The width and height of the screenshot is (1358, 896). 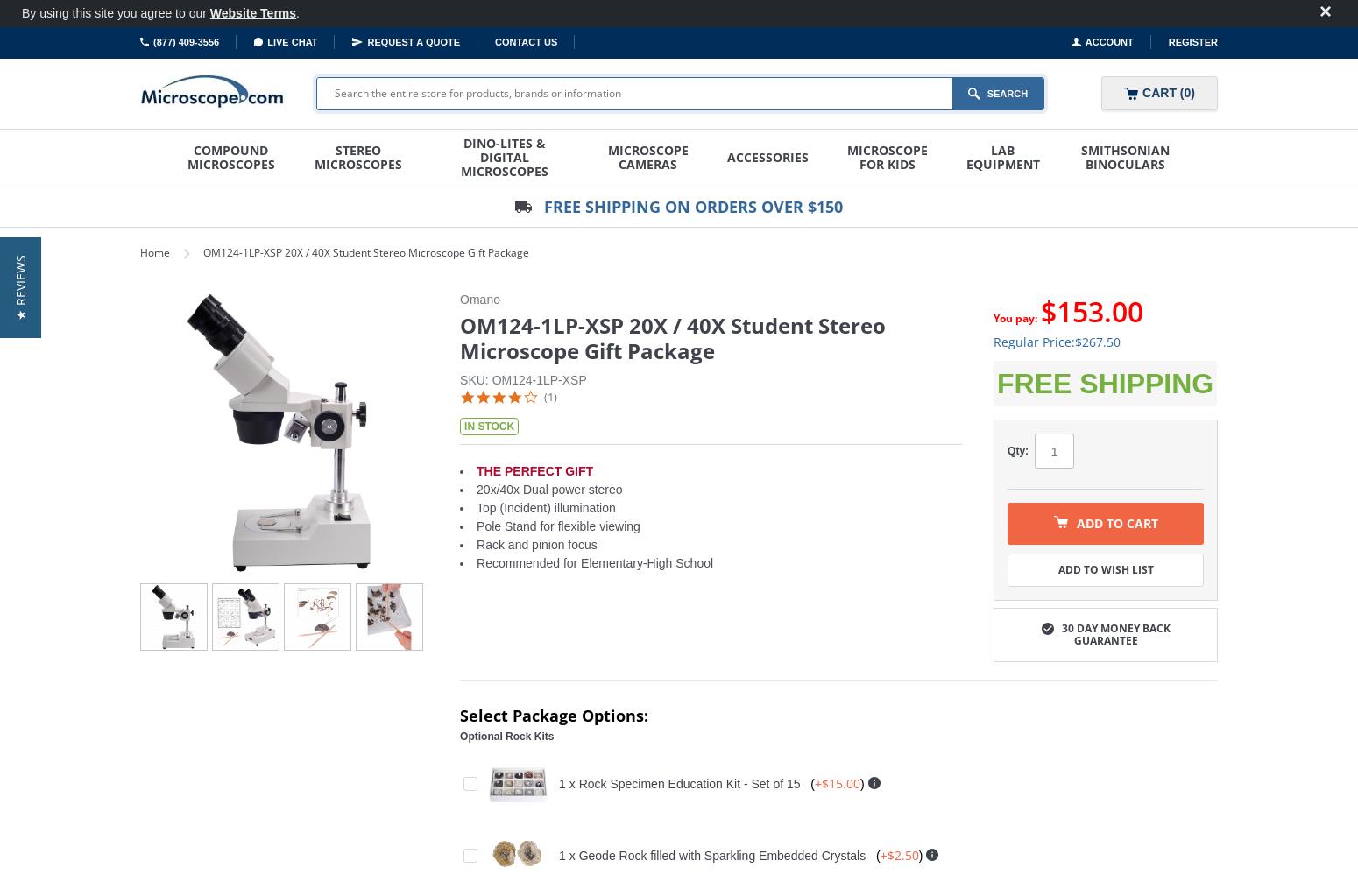 What do you see at coordinates (594, 562) in the screenshot?
I see `'Recommended for Elementary-High School'` at bounding box center [594, 562].